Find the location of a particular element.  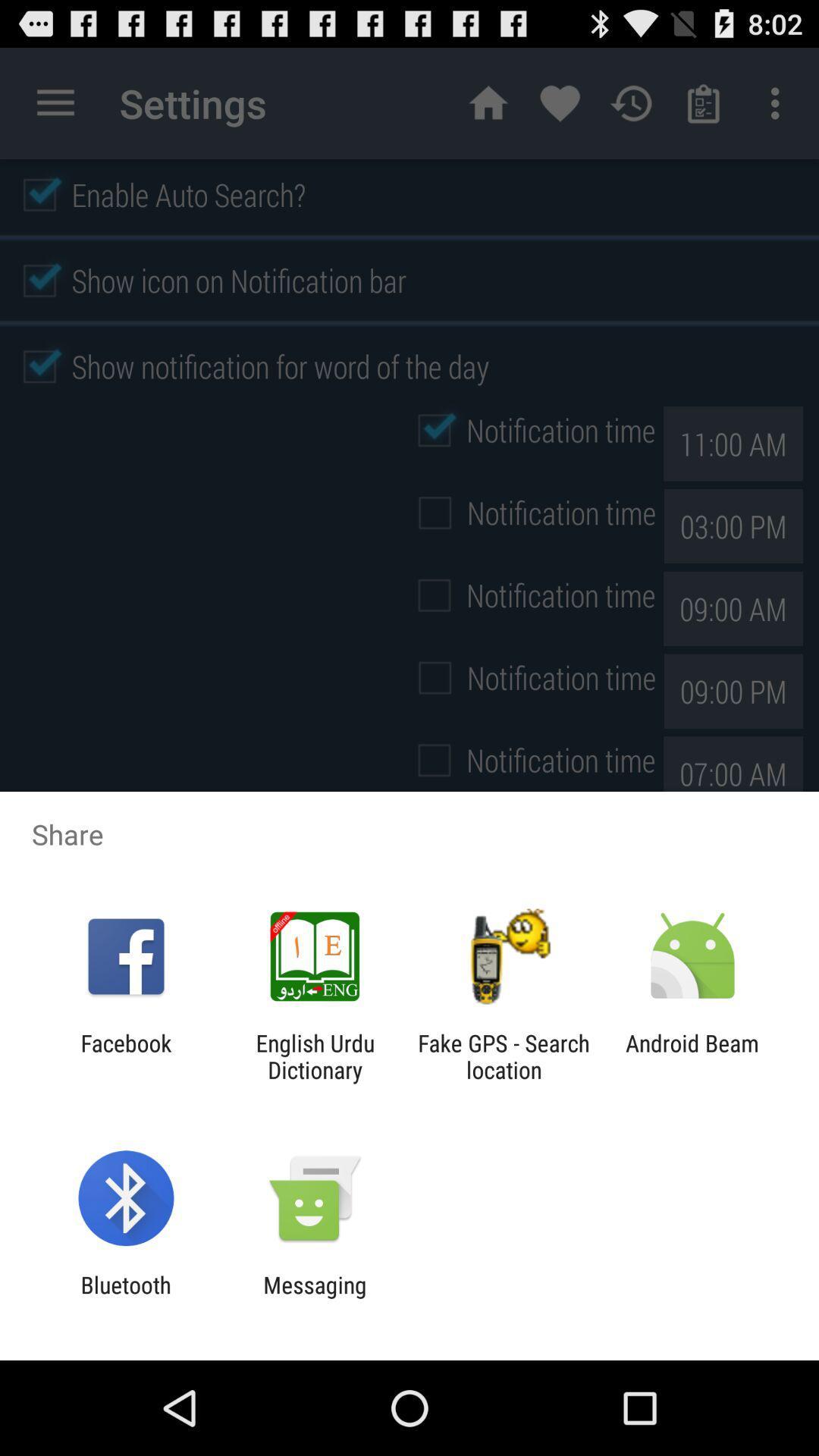

fake gps search item is located at coordinates (504, 1056).